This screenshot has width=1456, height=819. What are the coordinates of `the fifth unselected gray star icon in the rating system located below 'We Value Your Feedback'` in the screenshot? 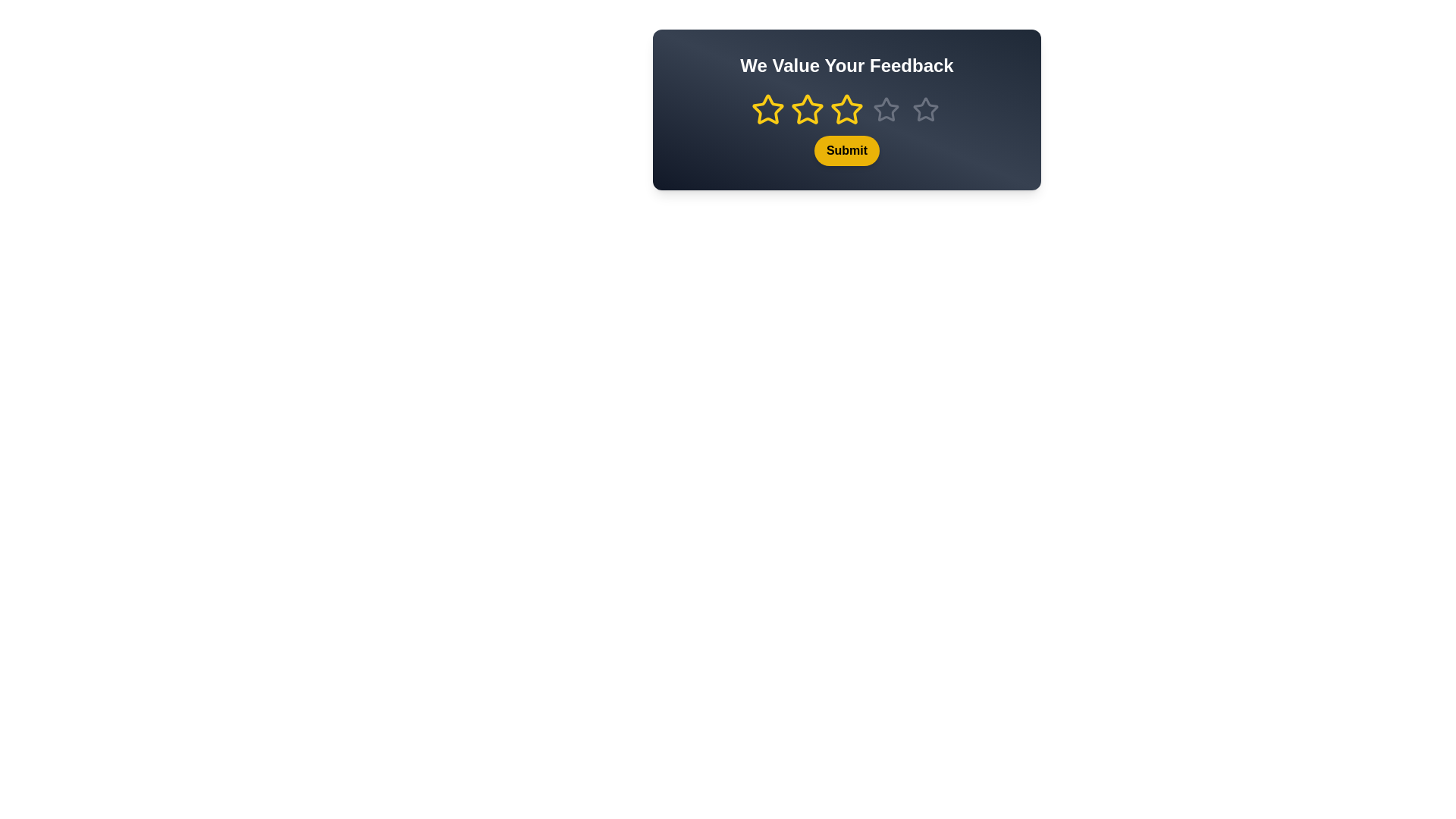 It's located at (924, 109).